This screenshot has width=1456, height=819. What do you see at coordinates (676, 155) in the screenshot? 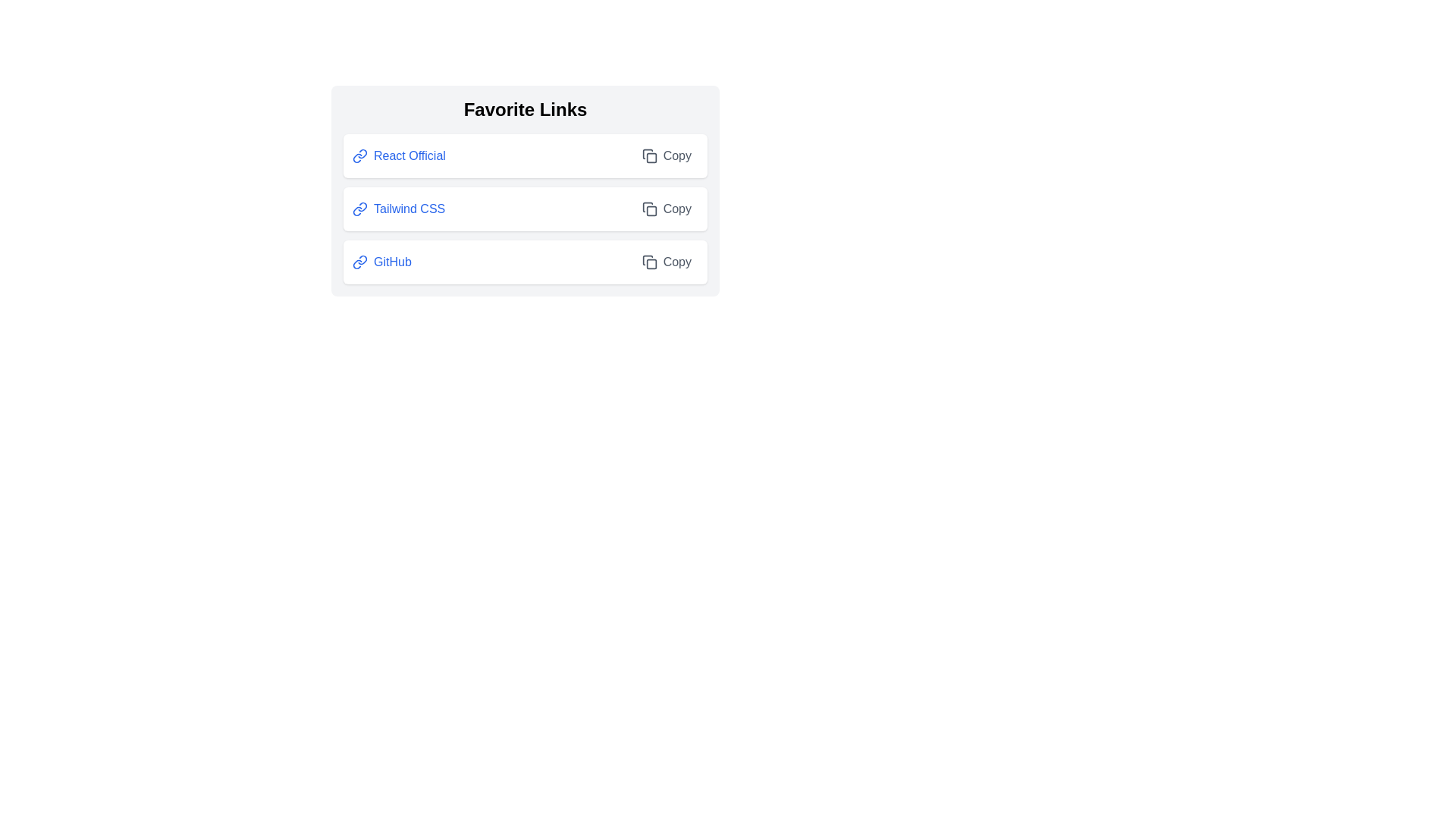
I see `the 'Copy' text label, which indicates the action of copying and is located to the right of an icon with two overlapping squares, part of the first entry under 'Favorite Links'` at bounding box center [676, 155].